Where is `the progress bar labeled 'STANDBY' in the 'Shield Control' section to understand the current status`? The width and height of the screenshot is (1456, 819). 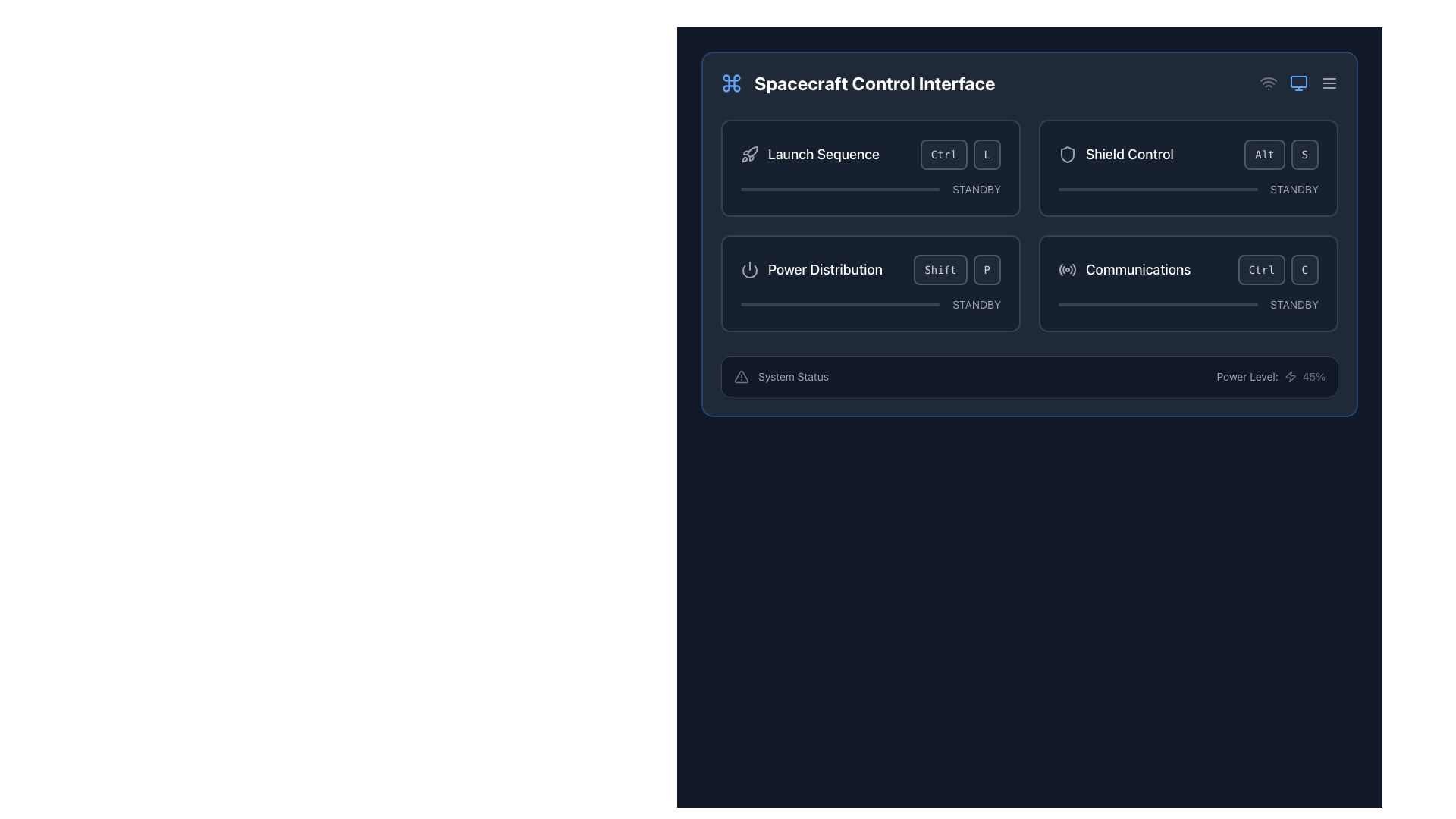 the progress bar labeled 'STANDBY' in the 'Shield Control' section to understand the current status is located at coordinates (1188, 189).